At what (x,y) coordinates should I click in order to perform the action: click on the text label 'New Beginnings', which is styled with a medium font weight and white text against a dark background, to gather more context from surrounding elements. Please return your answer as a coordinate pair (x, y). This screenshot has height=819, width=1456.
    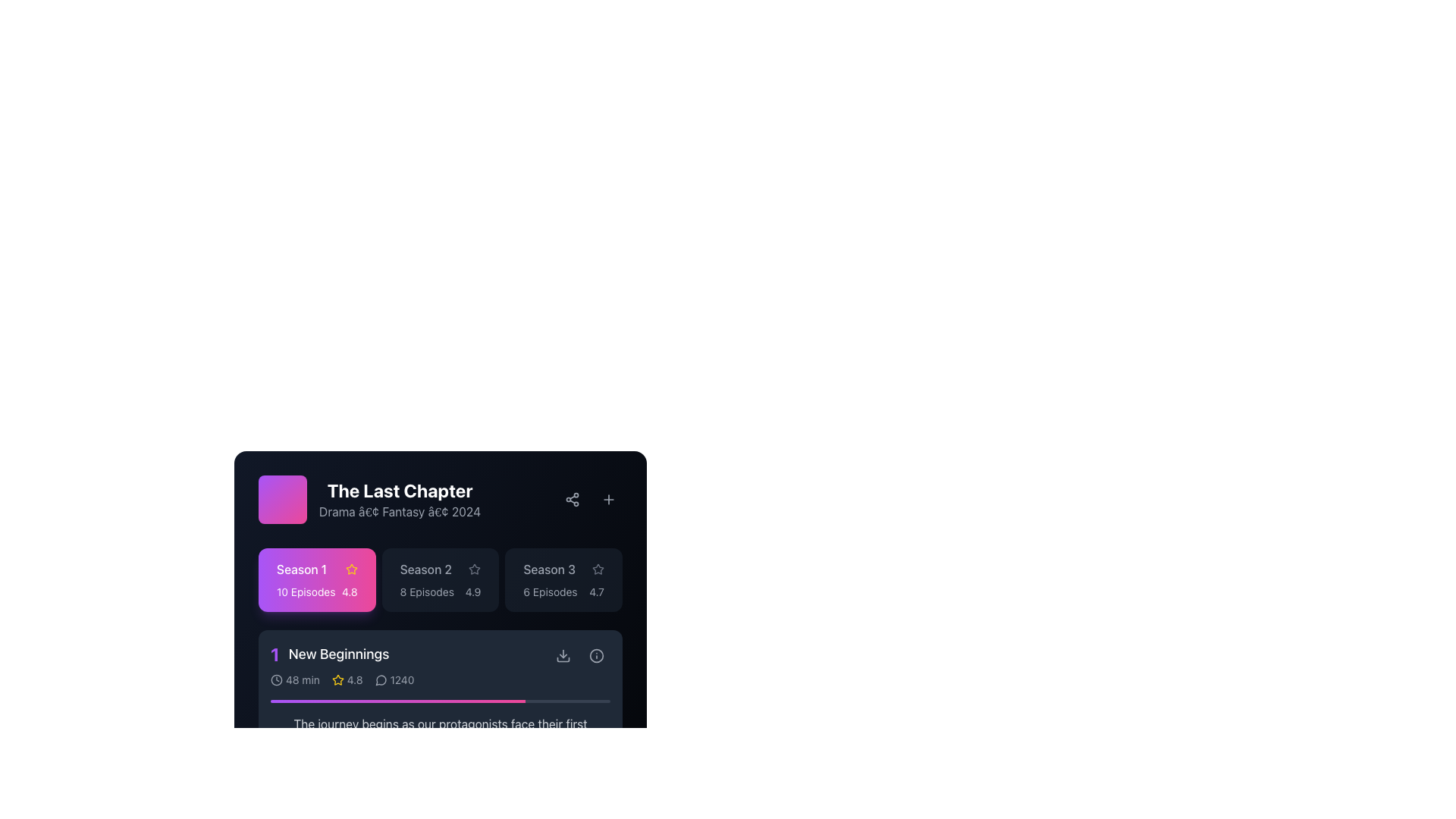
    Looking at the image, I should click on (337, 654).